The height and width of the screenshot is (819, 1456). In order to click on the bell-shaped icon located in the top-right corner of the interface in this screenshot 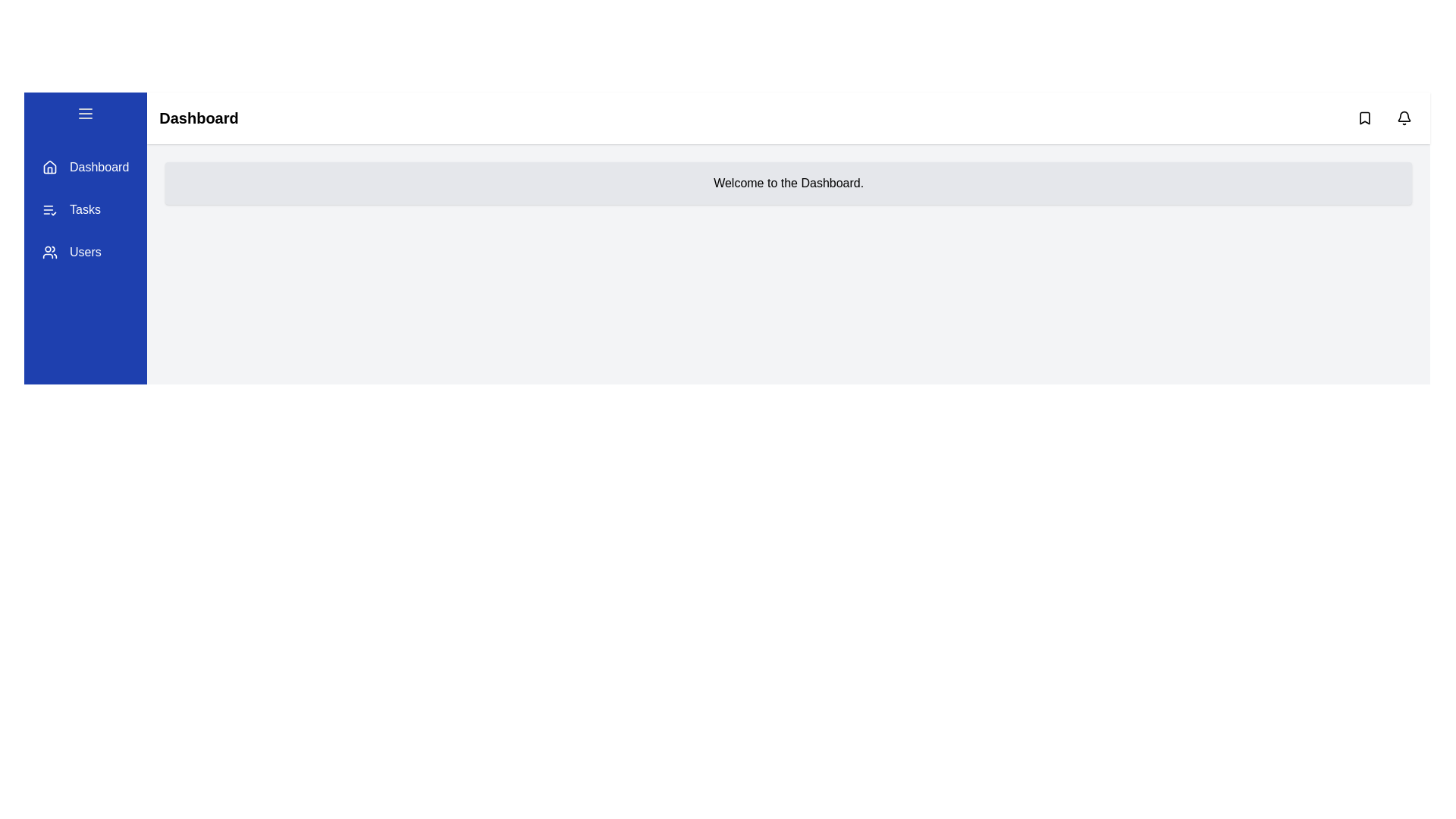, I will do `click(1404, 117)`.